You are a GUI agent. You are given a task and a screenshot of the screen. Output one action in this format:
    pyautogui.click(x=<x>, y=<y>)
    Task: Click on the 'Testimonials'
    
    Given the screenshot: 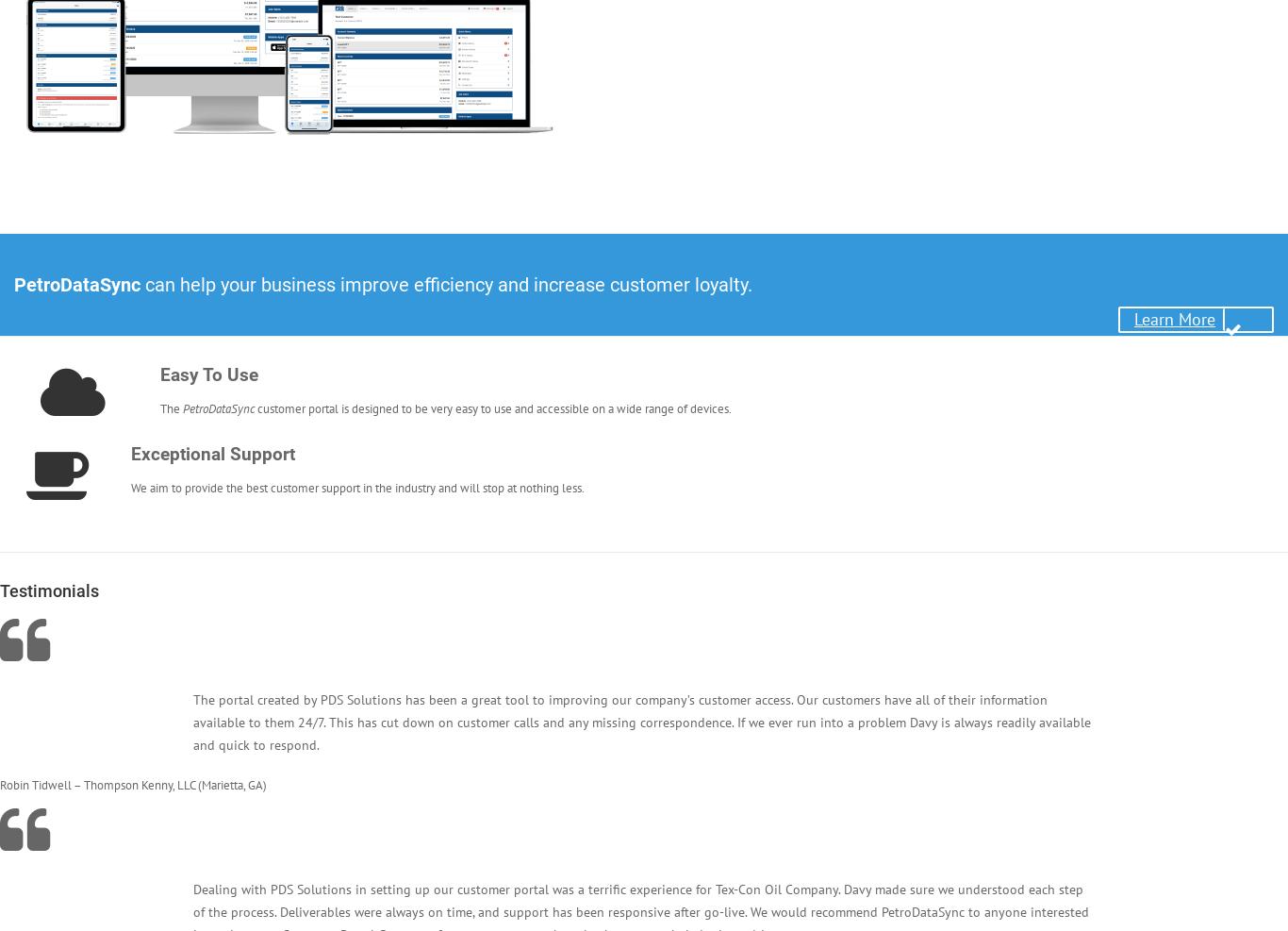 What is the action you would take?
    pyautogui.click(x=49, y=590)
    